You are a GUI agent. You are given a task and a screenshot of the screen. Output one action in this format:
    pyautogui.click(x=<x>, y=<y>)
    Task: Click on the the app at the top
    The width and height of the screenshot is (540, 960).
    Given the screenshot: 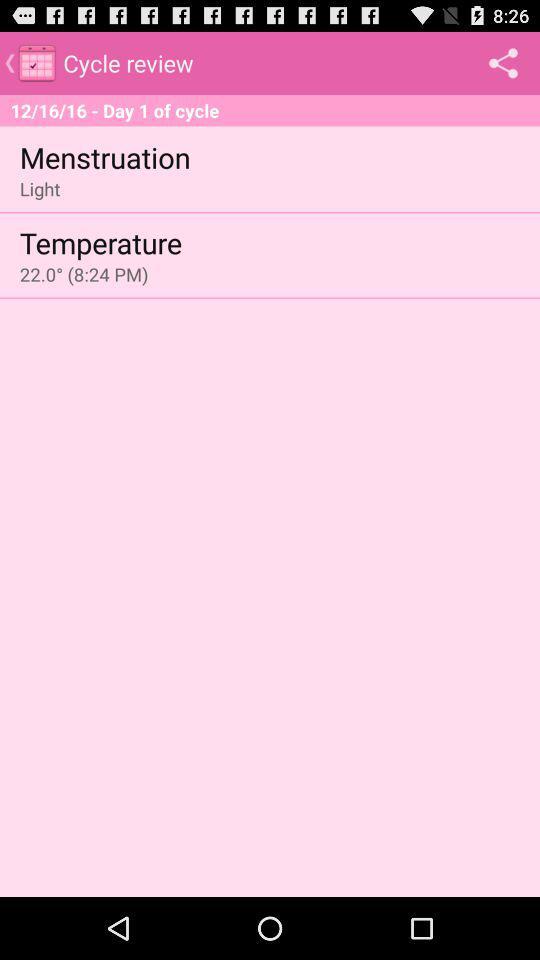 What is the action you would take?
    pyautogui.click(x=270, y=110)
    